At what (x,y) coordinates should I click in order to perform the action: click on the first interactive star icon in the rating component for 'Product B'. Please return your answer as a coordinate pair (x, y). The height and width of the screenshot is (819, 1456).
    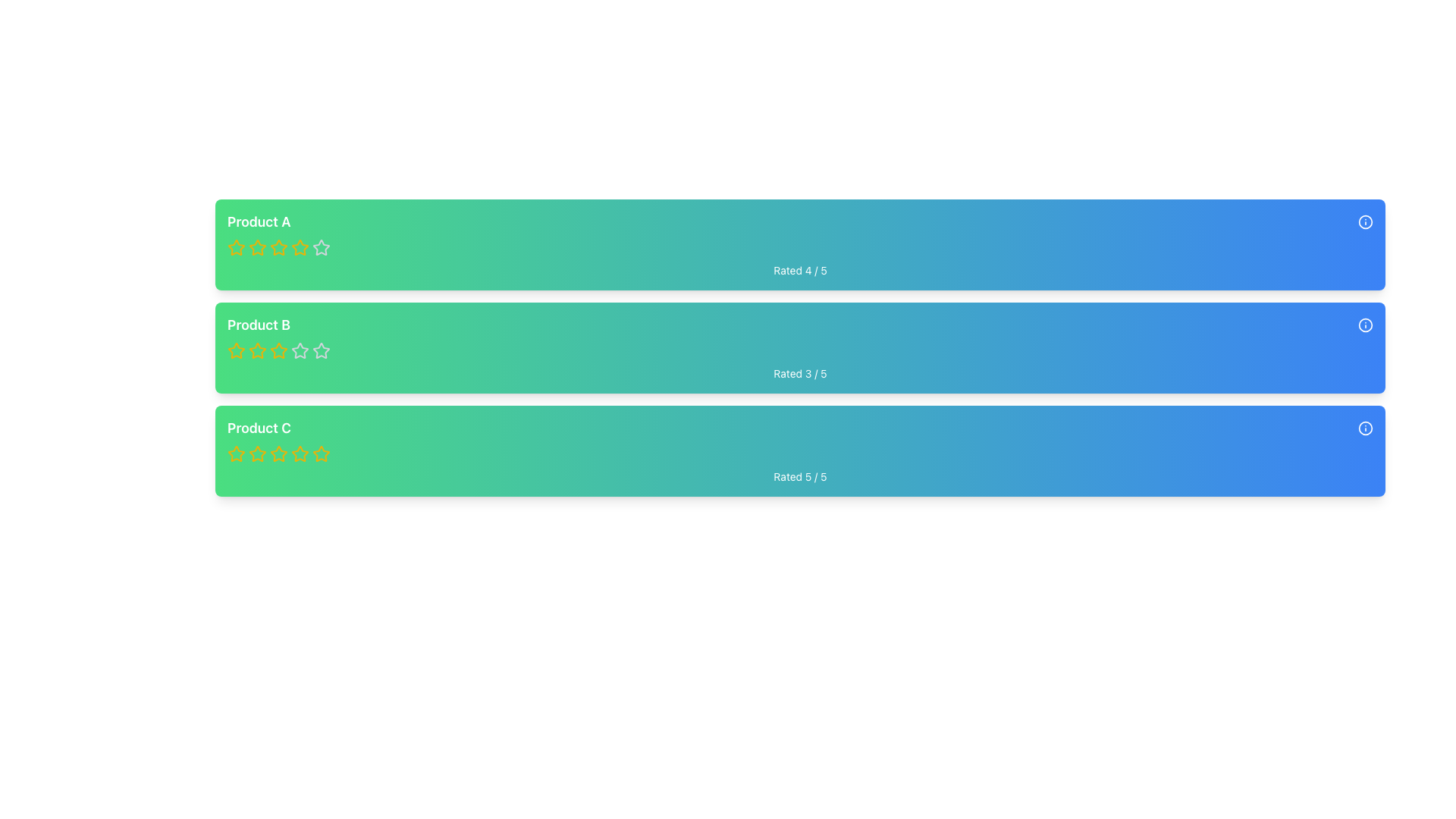
    Looking at the image, I should click on (258, 350).